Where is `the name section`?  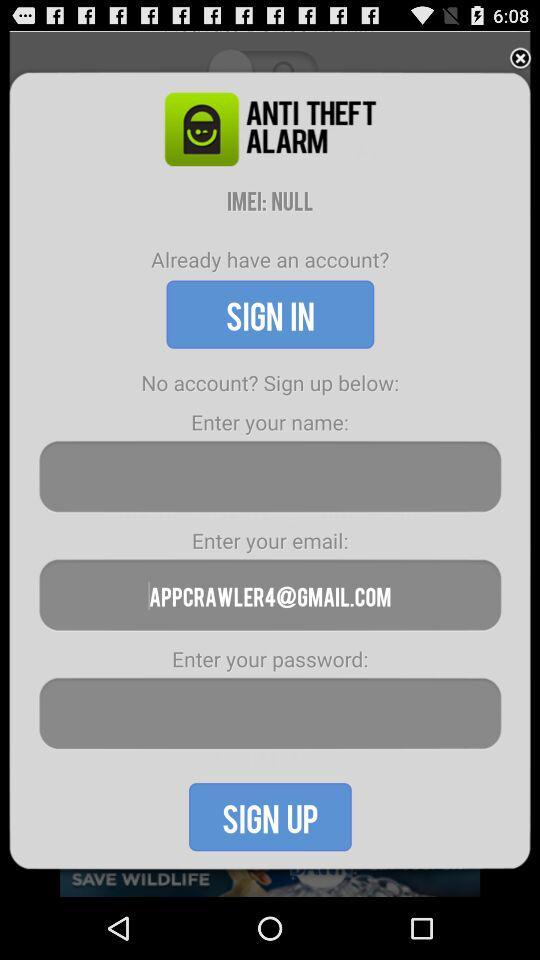 the name section is located at coordinates (270, 476).